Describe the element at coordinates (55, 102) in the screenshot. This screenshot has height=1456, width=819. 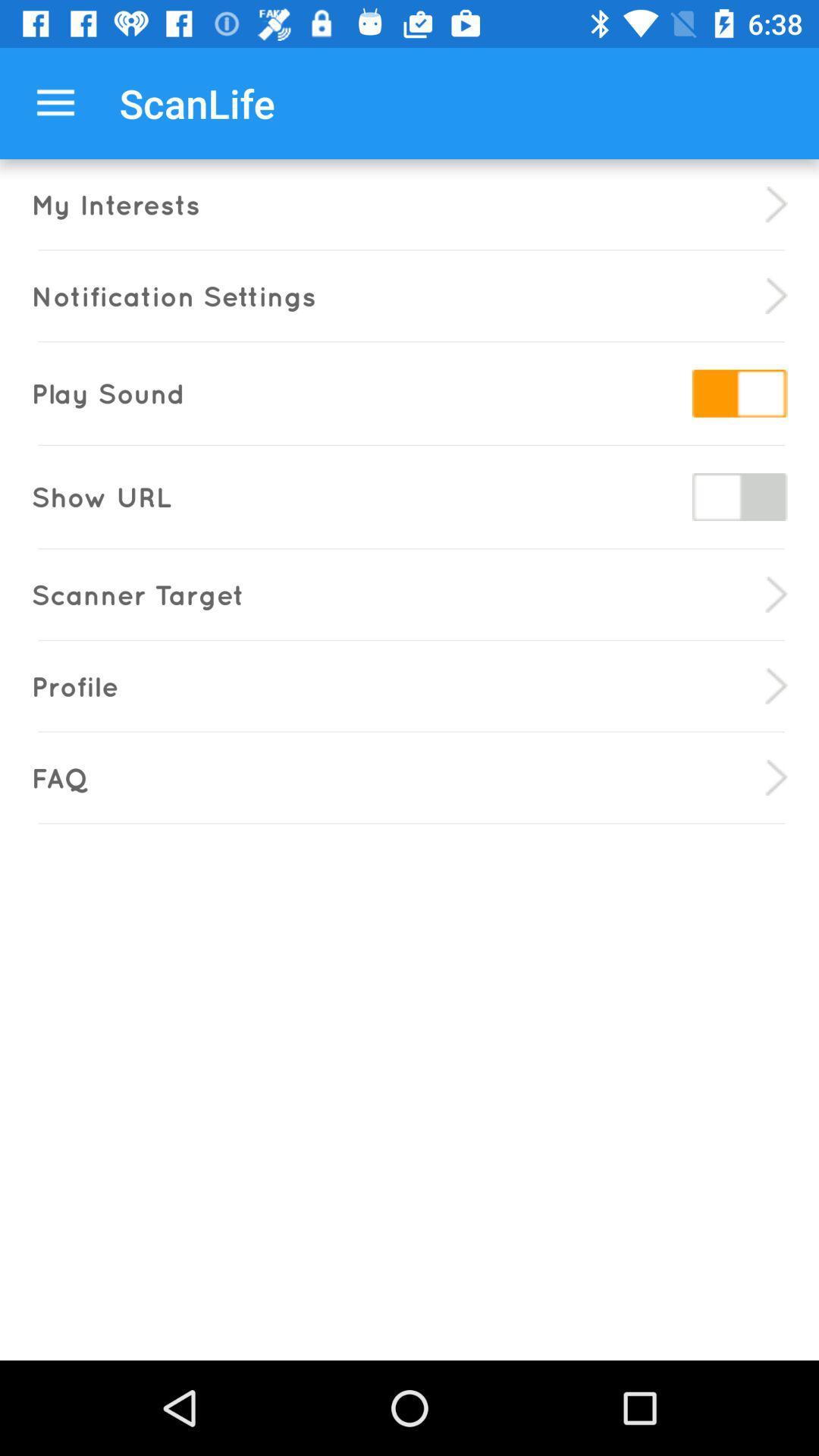
I see `the item to the left of the scanlife app` at that location.